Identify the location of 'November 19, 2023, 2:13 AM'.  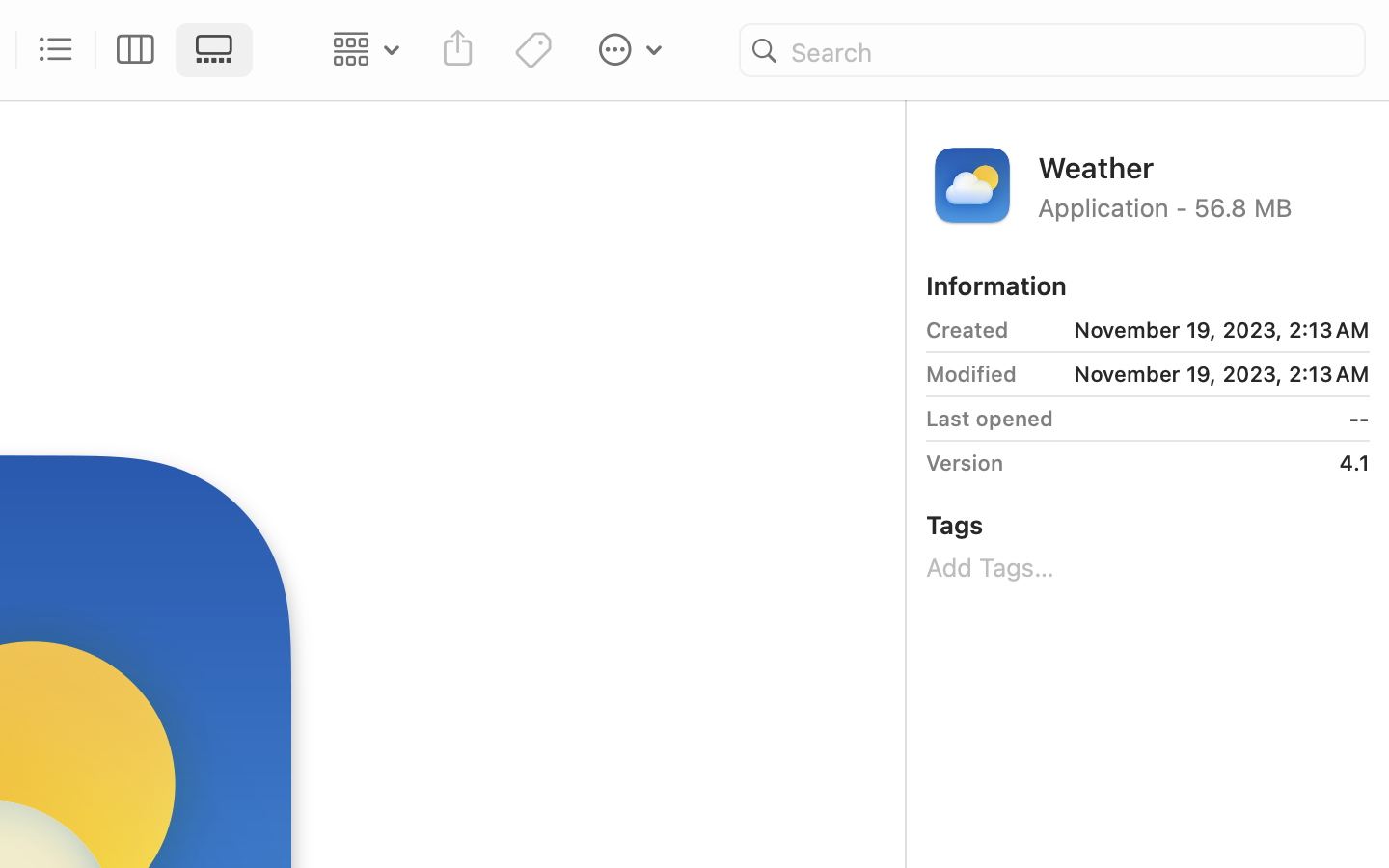
(1195, 330).